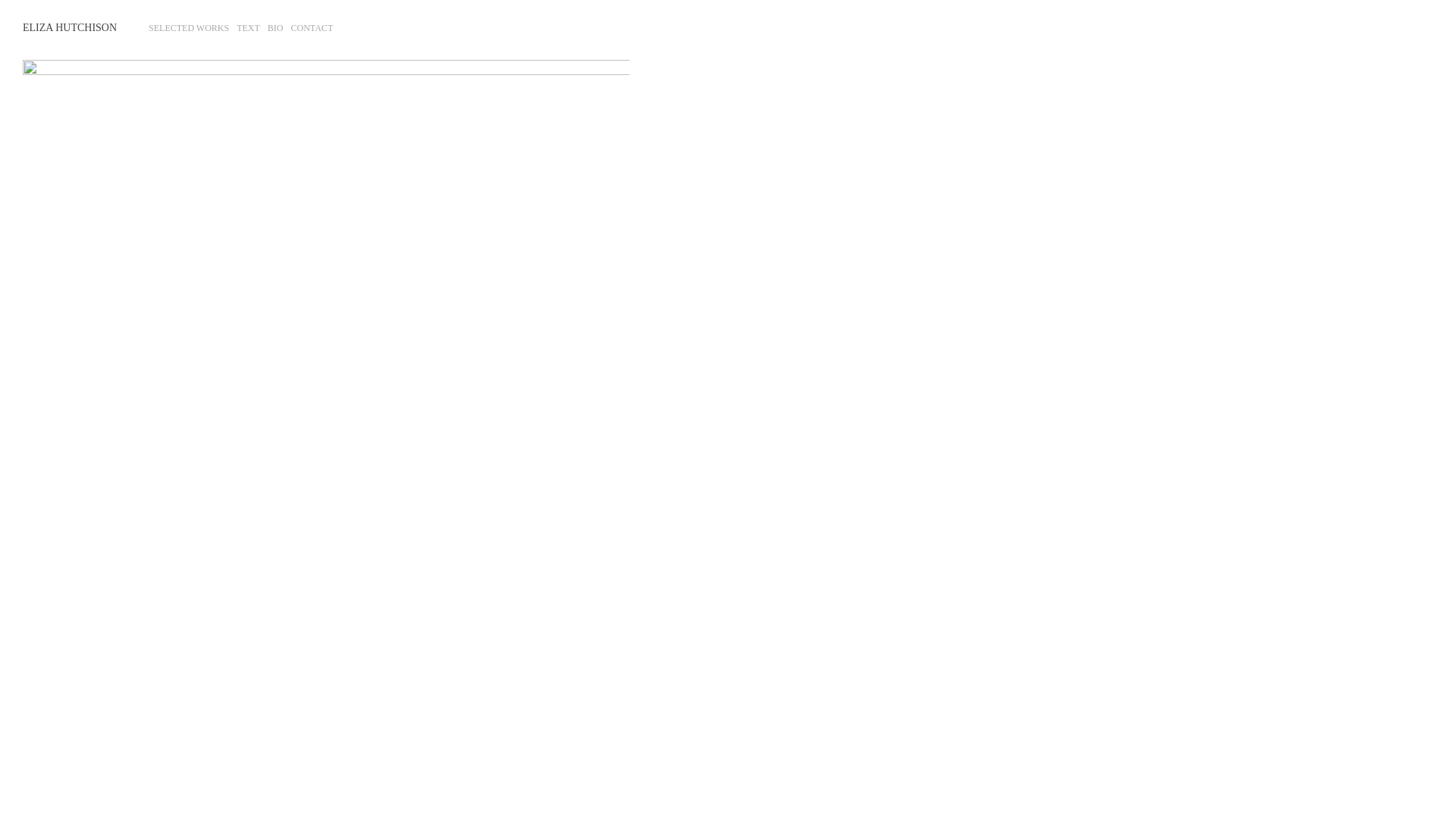  I want to click on 'CONTACT', so click(312, 28).